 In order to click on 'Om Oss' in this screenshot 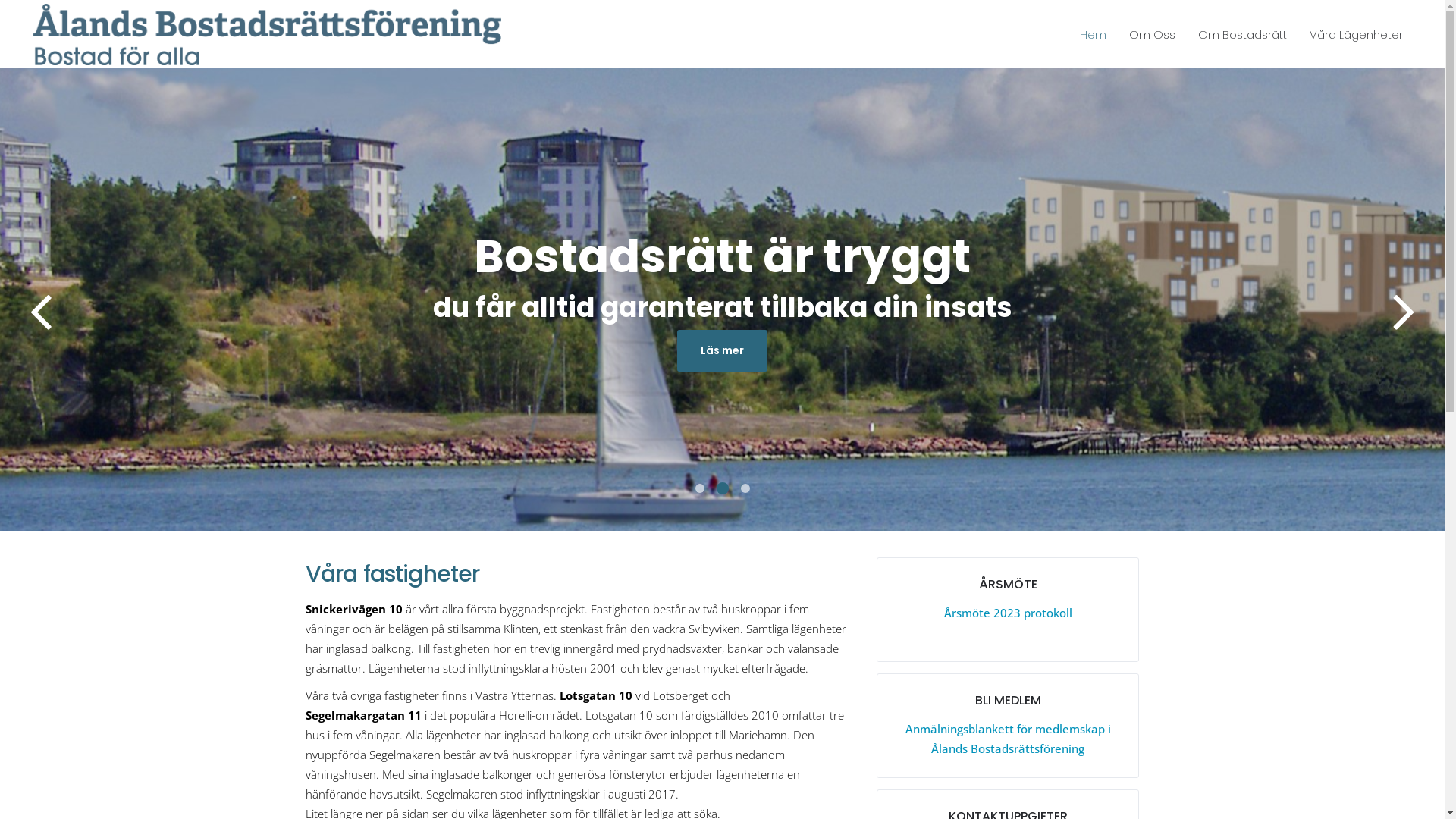, I will do `click(1152, 34)`.